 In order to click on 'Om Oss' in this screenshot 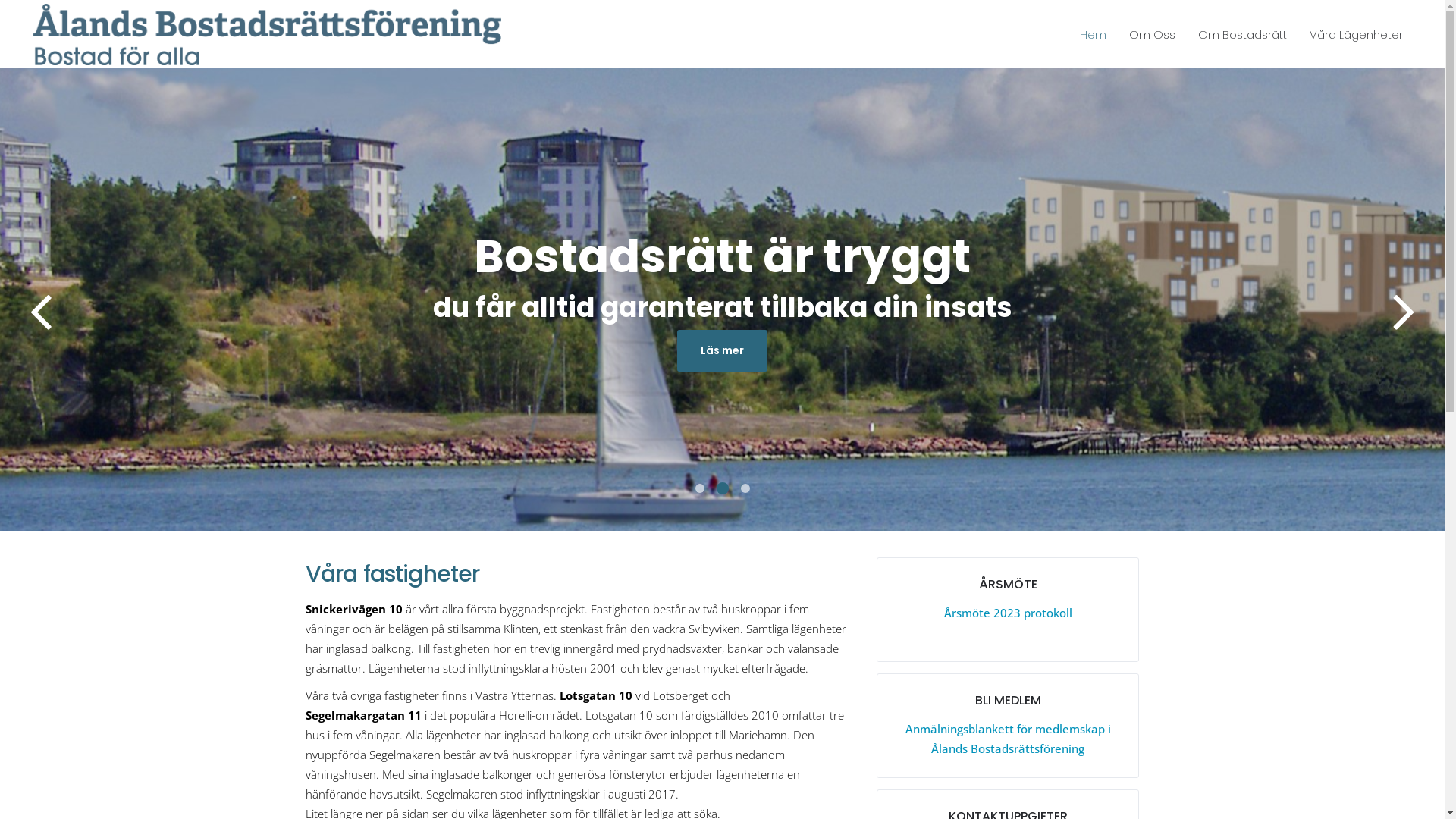, I will do `click(1152, 34)`.